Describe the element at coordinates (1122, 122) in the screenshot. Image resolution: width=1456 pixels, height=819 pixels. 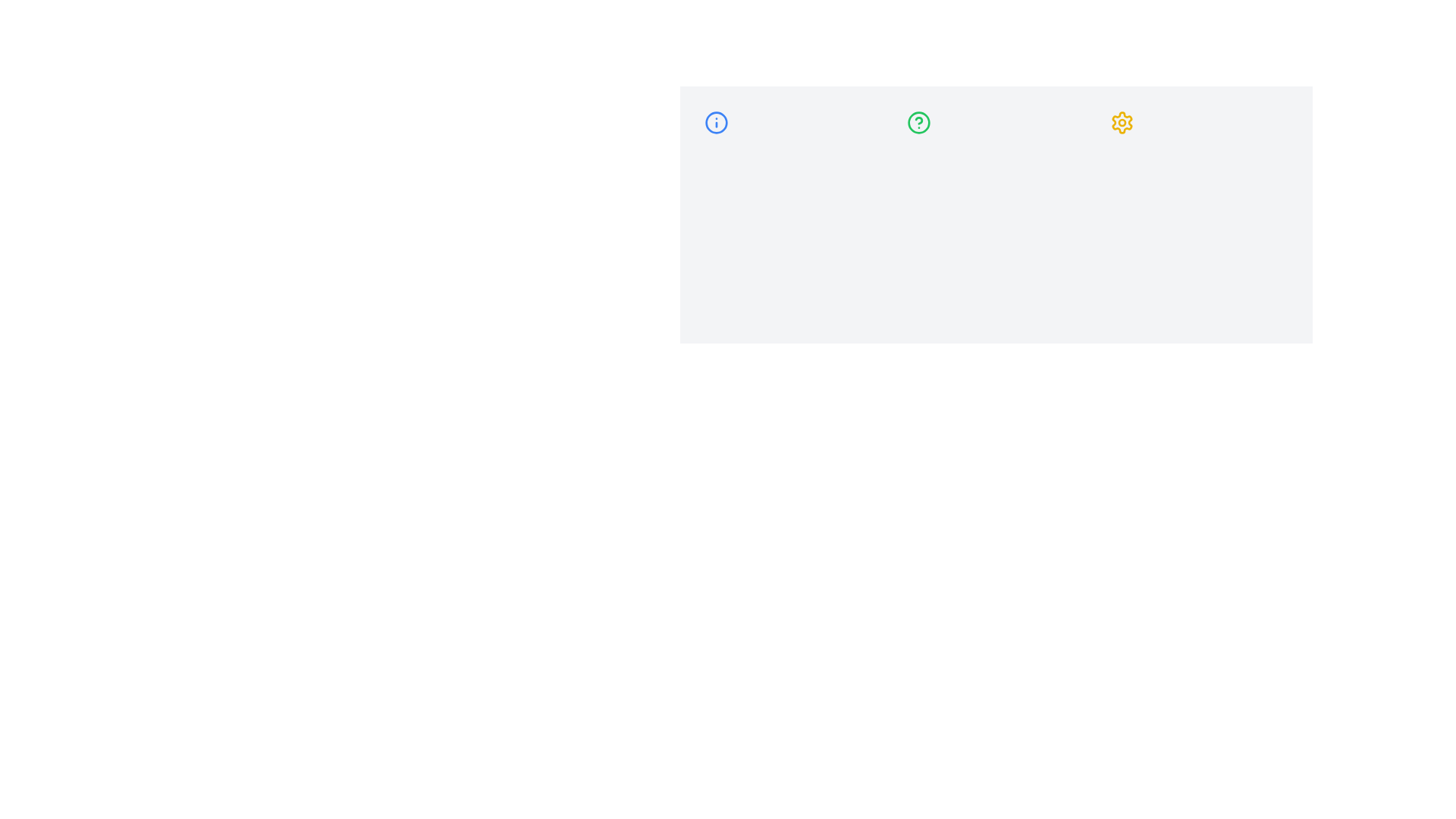
I see `the bright yellow gear-like icon with circular cutouts at the far right of the layout` at that location.